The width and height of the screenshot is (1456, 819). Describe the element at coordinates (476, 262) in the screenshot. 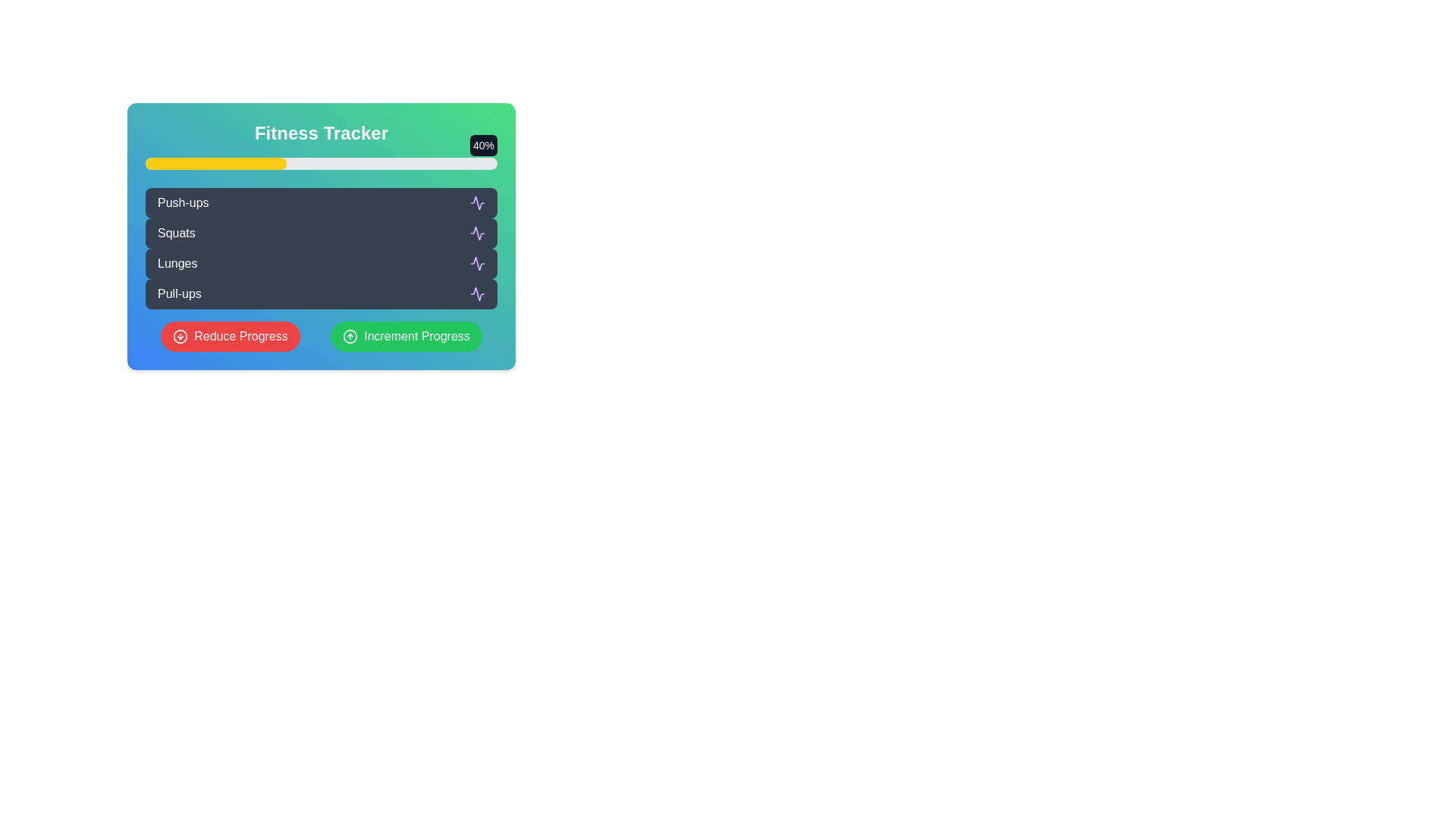

I see `the Lunges icon in the vertical list` at that location.